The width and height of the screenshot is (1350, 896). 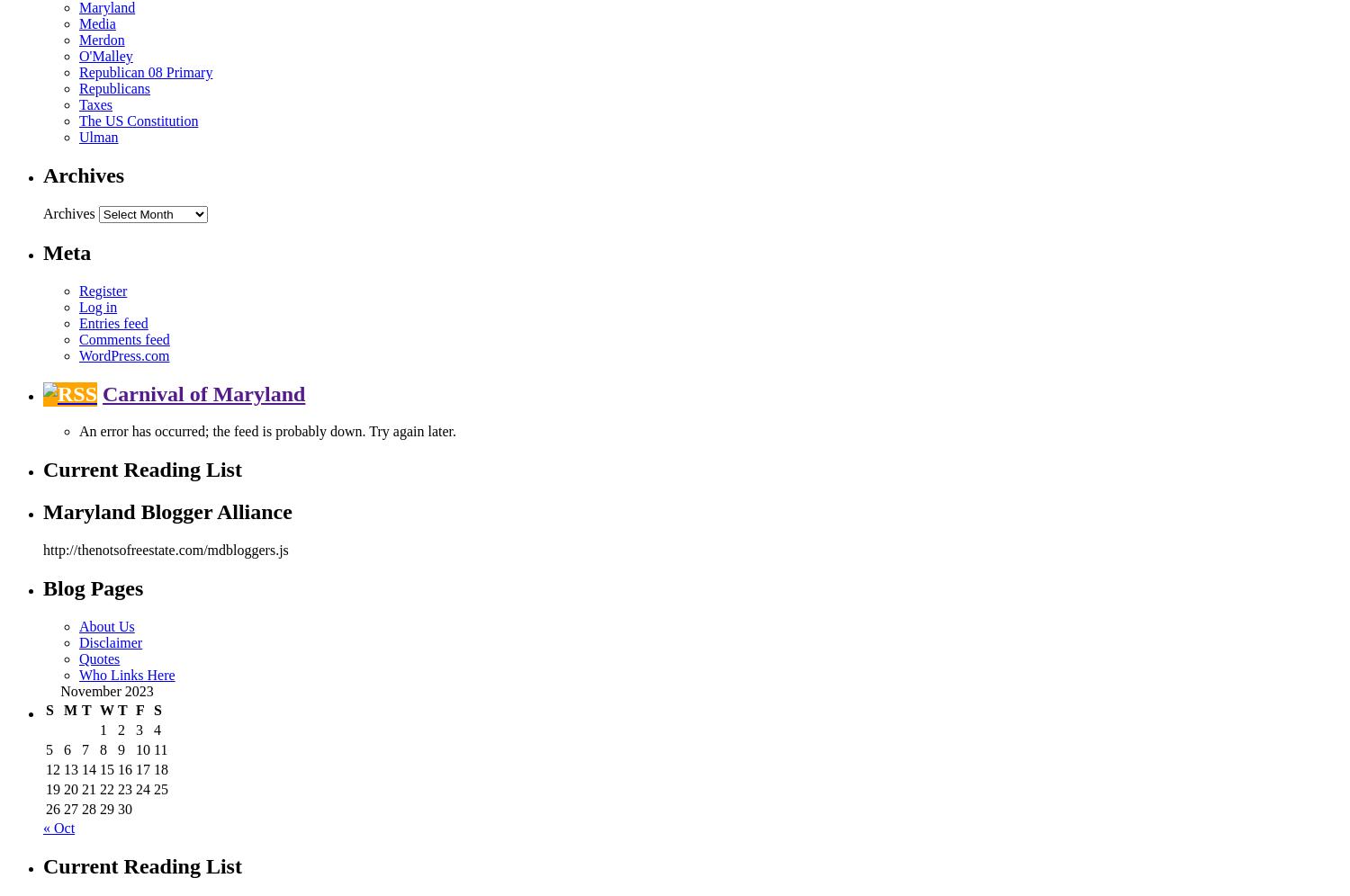 What do you see at coordinates (157, 729) in the screenshot?
I see `'4'` at bounding box center [157, 729].